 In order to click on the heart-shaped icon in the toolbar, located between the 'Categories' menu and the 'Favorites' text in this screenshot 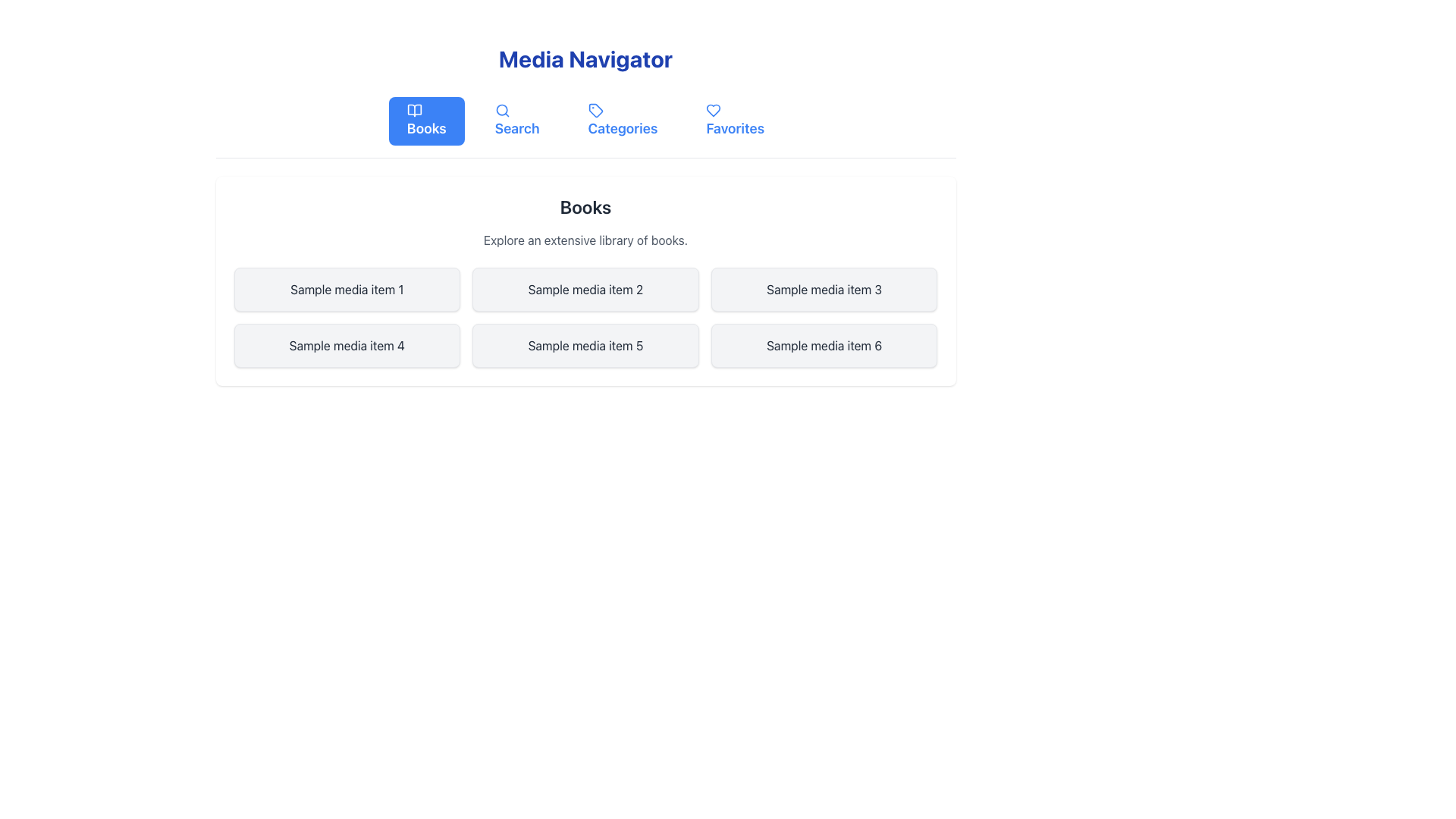, I will do `click(713, 110)`.